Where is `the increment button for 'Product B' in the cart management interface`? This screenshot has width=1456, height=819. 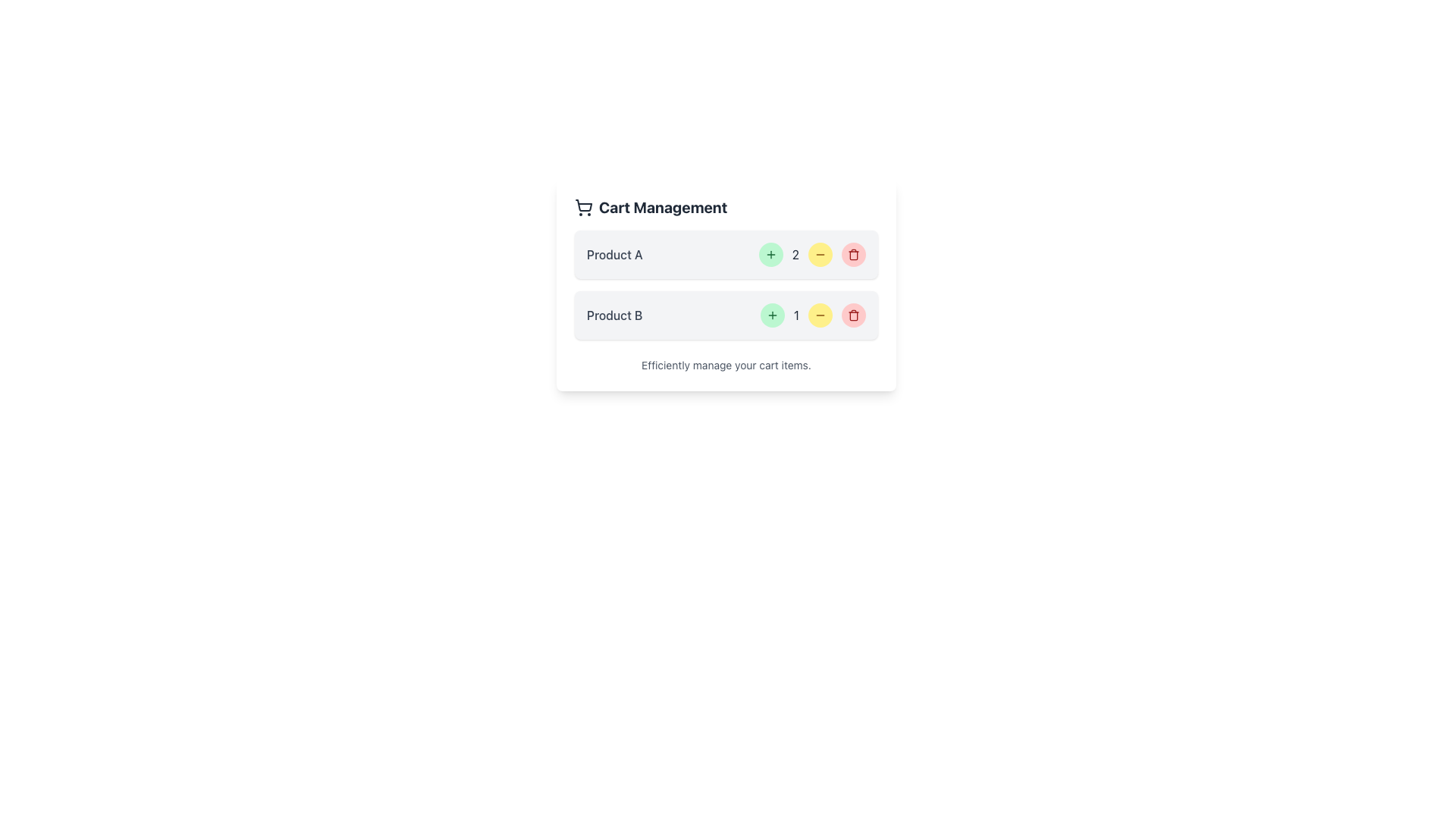
the increment button for 'Product B' in the cart management interface is located at coordinates (772, 315).